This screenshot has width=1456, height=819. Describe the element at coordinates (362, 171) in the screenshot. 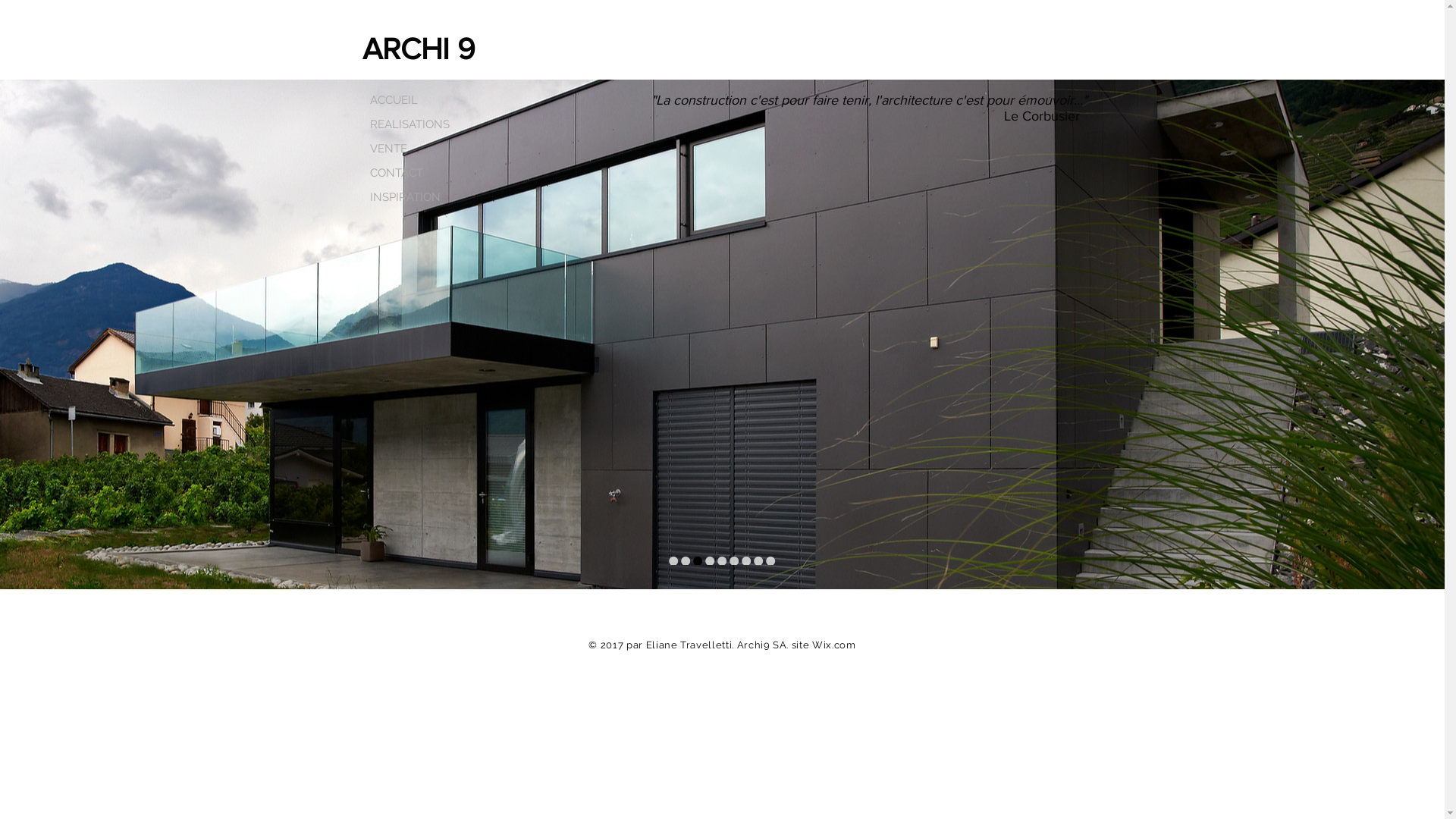

I see `'CONTACT'` at that location.